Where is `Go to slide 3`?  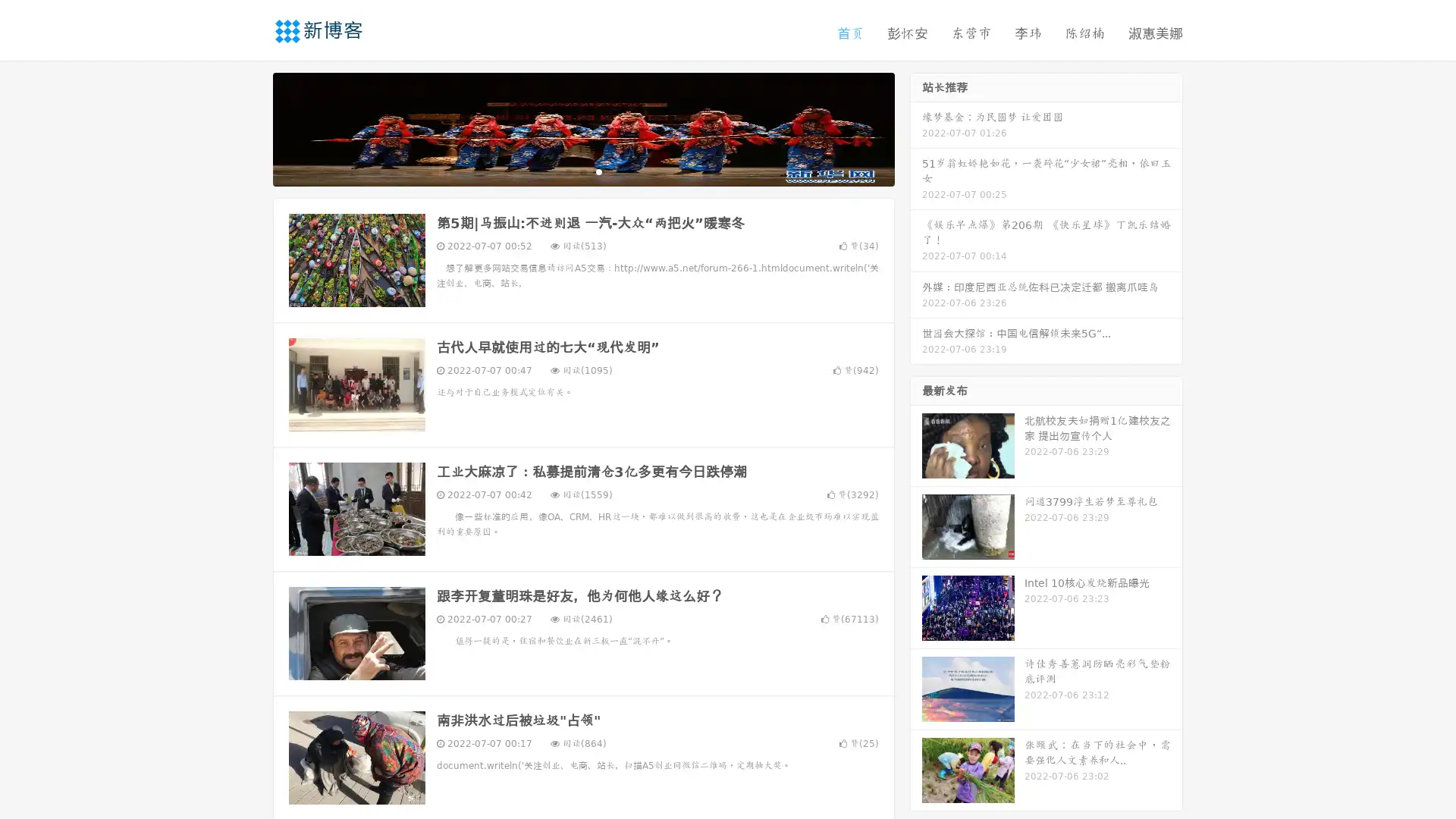 Go to slide 3 is located at coordinates (598, 171).